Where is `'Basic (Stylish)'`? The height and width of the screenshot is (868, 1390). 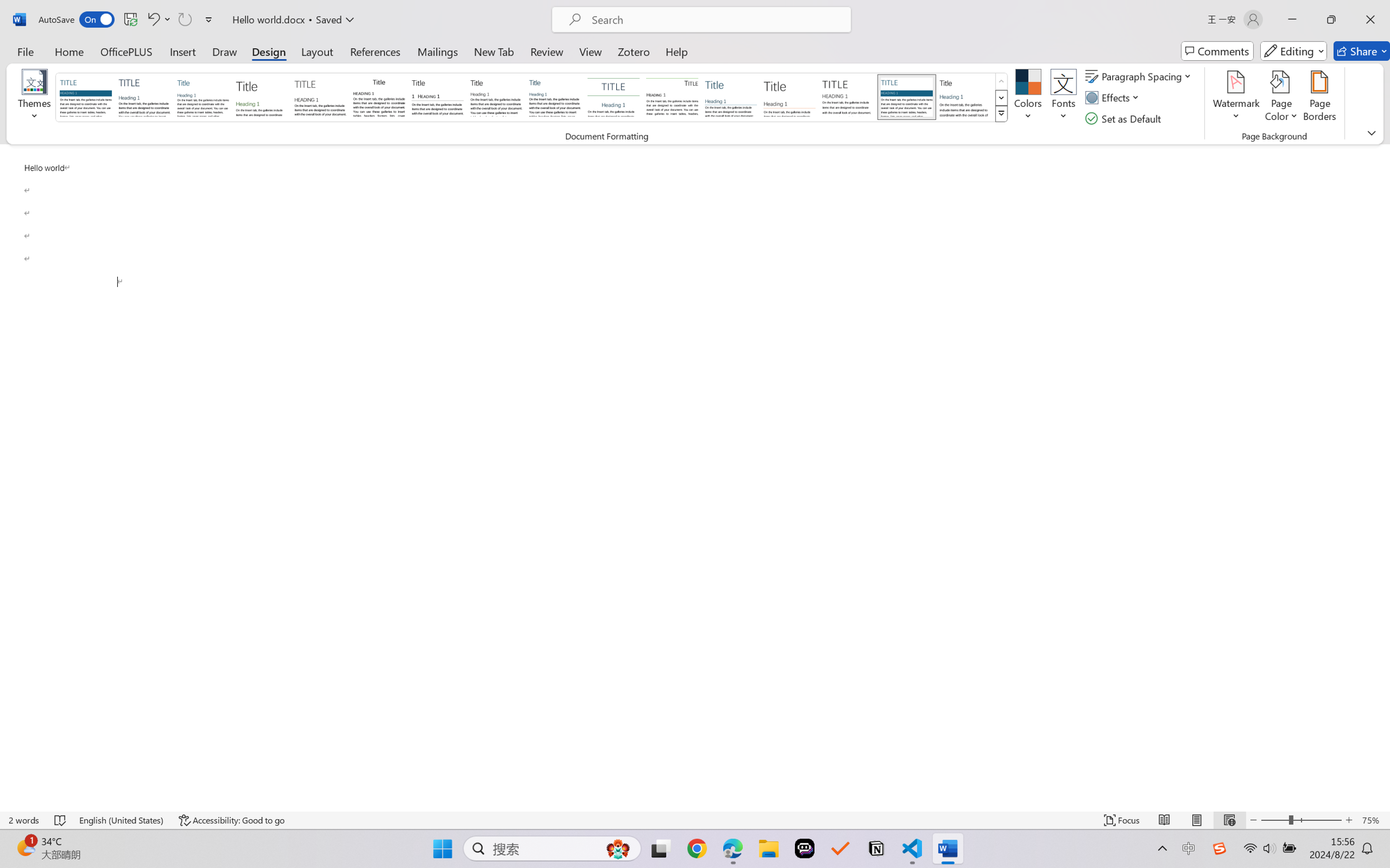
'Basic (Stylish)' is located at coordinates (261, 96).